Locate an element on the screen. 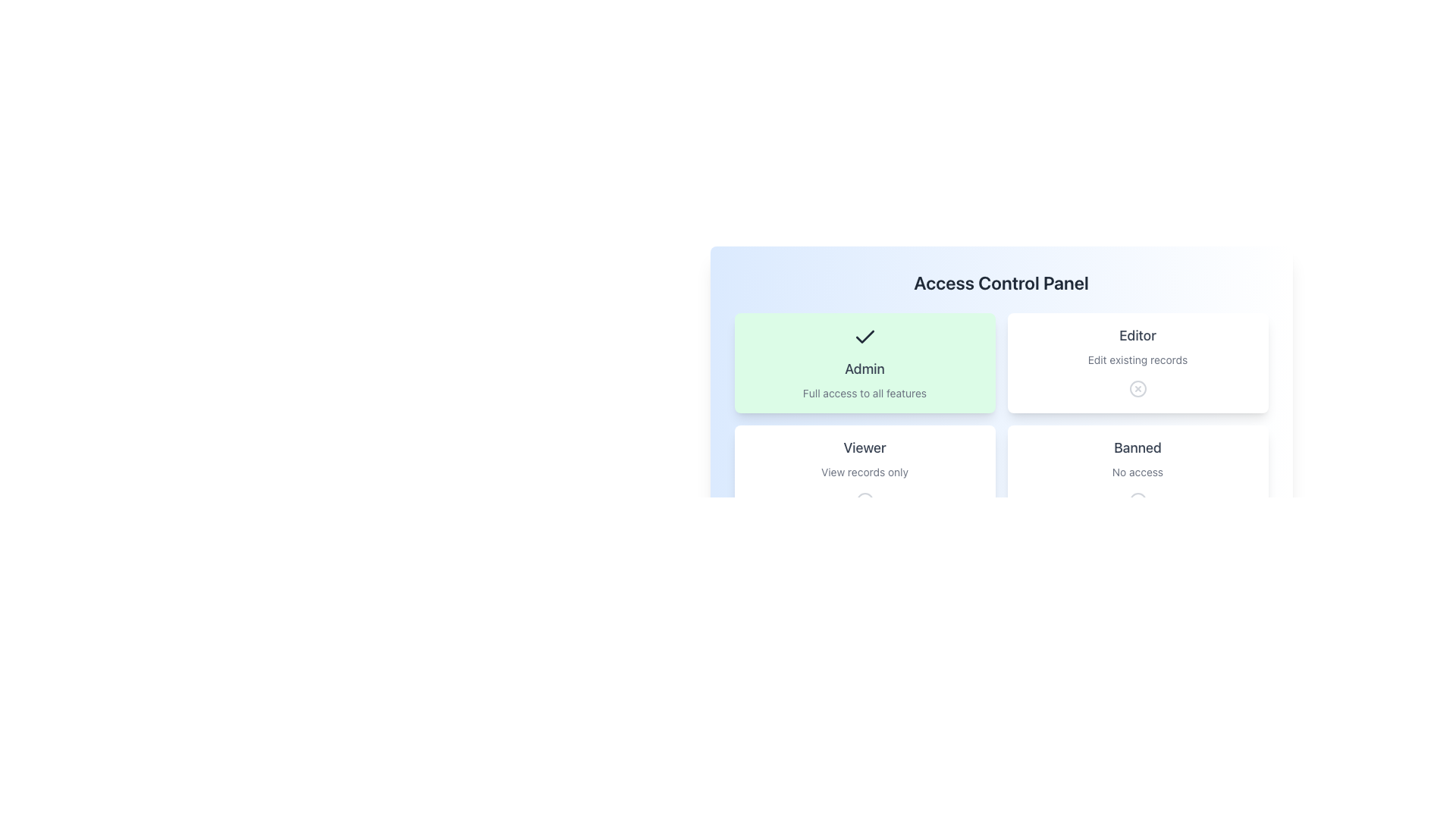 The width and height of the screenshot is (1456, 819). the access restriction label that indicates a restricted or banned status, positioned above the 'No access' text in the access control interface is located at coordinates (1137, 447).